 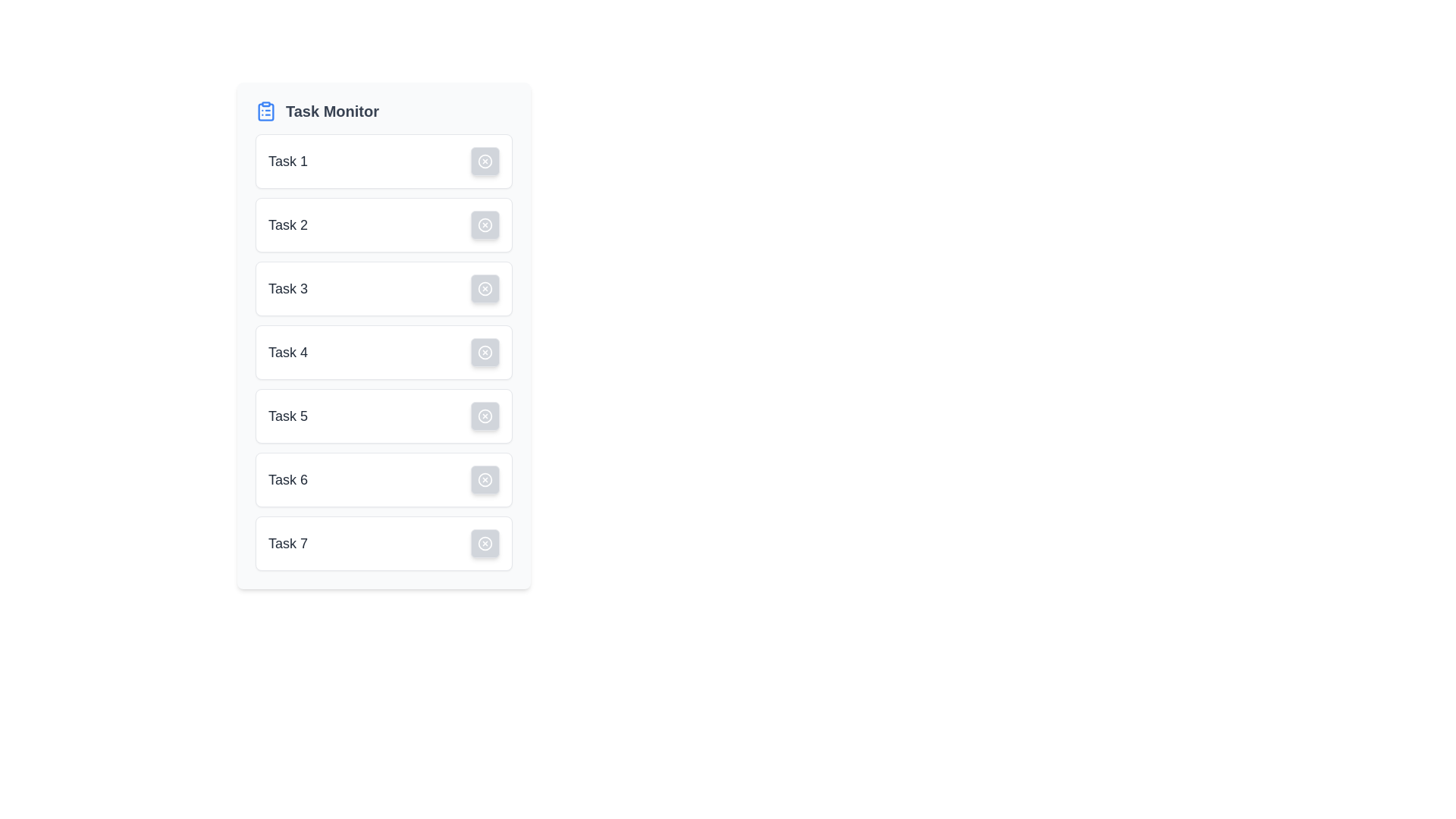 I want to click on the 'remove' or 'cancel' button icon located directly to the right of 'Task 2', so click(x=484, y=225).